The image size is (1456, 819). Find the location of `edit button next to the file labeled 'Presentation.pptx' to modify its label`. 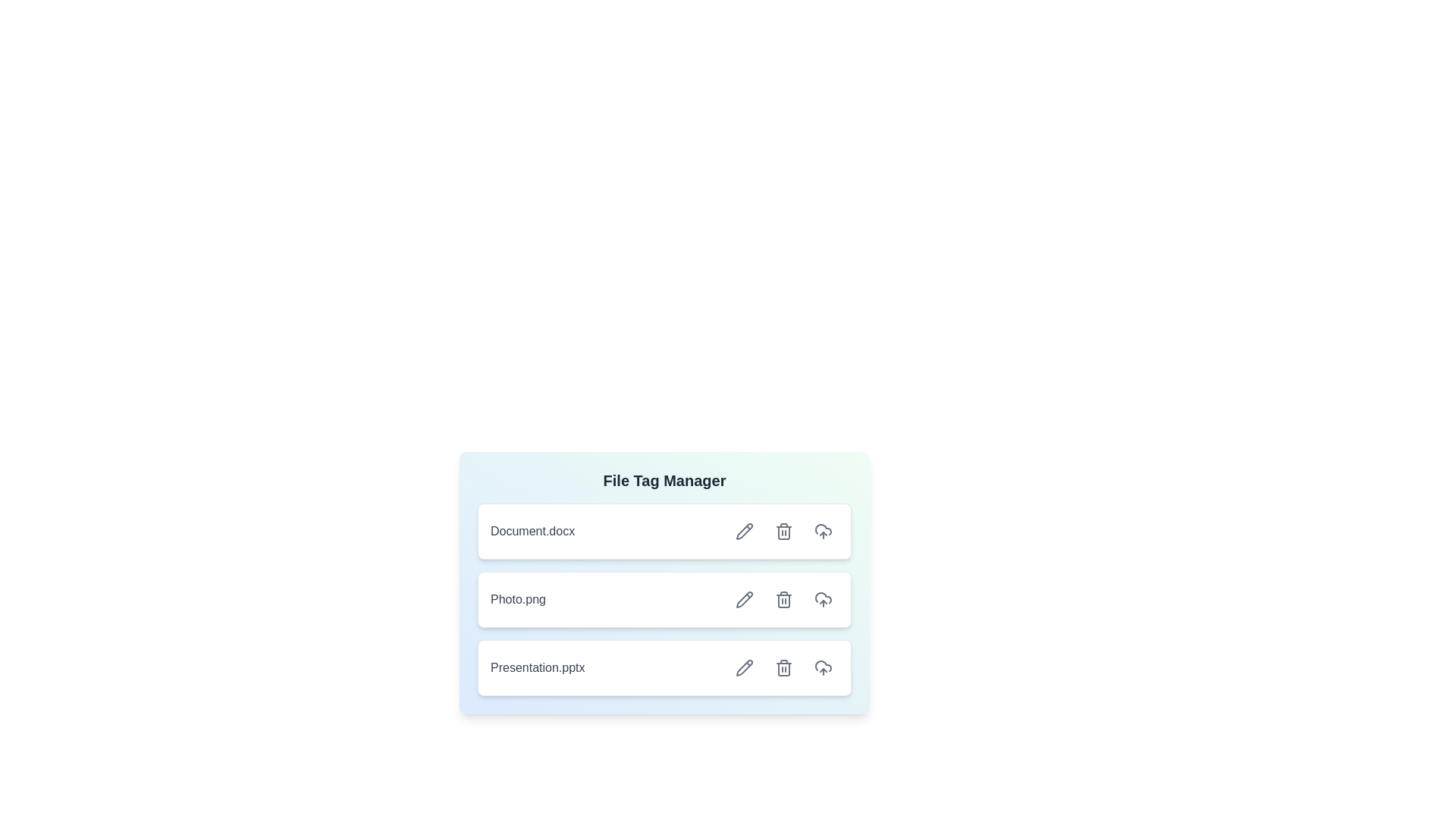

edit button next to the file labeled 'Presentation.pptx' to modify its label is located at coordinates (745, 667).